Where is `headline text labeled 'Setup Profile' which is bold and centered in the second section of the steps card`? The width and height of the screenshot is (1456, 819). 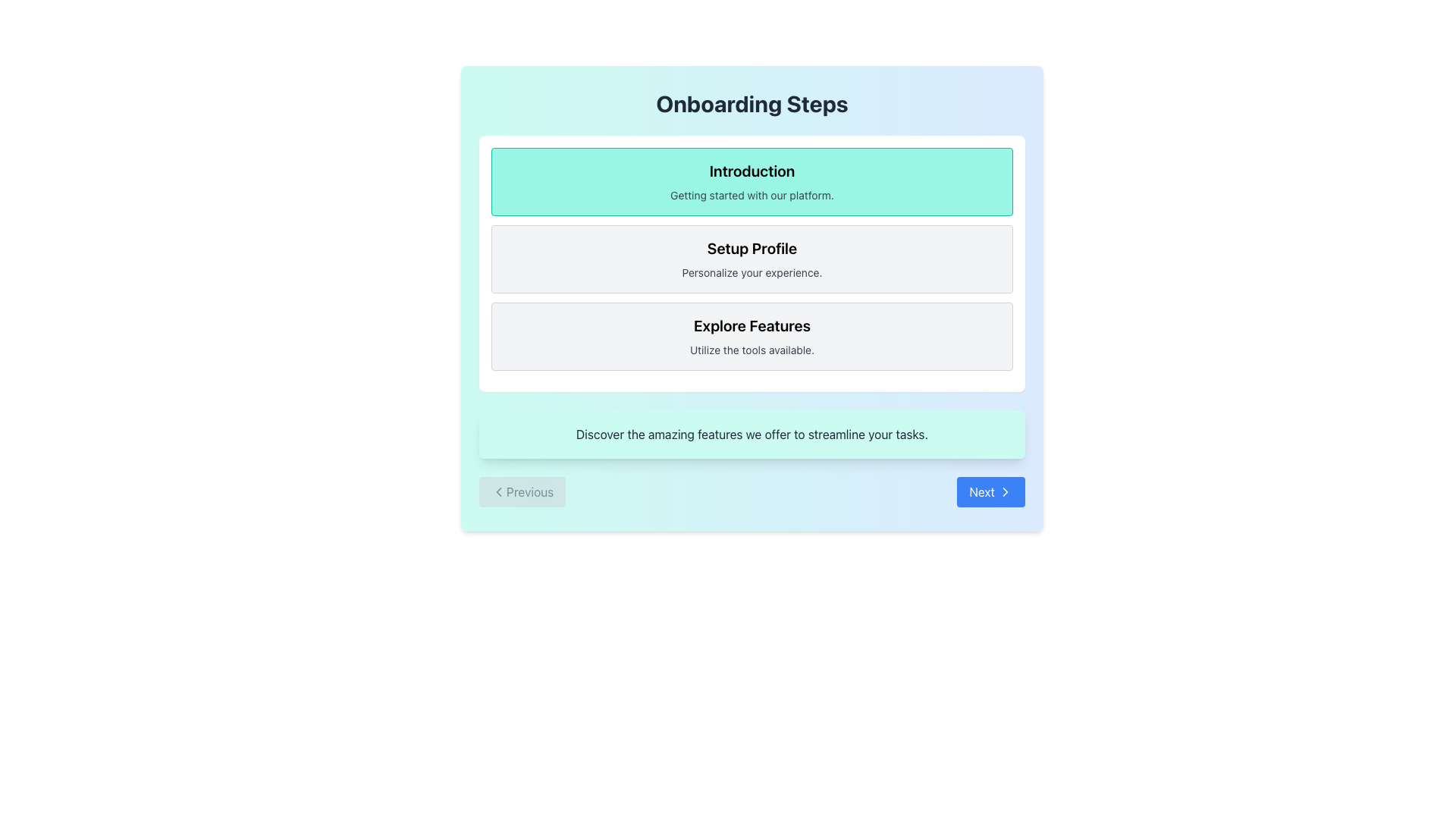
headline text labeled 'Setup Profile' which is bold and centered in the second section of the steps card is located at coordinates (752, 247).